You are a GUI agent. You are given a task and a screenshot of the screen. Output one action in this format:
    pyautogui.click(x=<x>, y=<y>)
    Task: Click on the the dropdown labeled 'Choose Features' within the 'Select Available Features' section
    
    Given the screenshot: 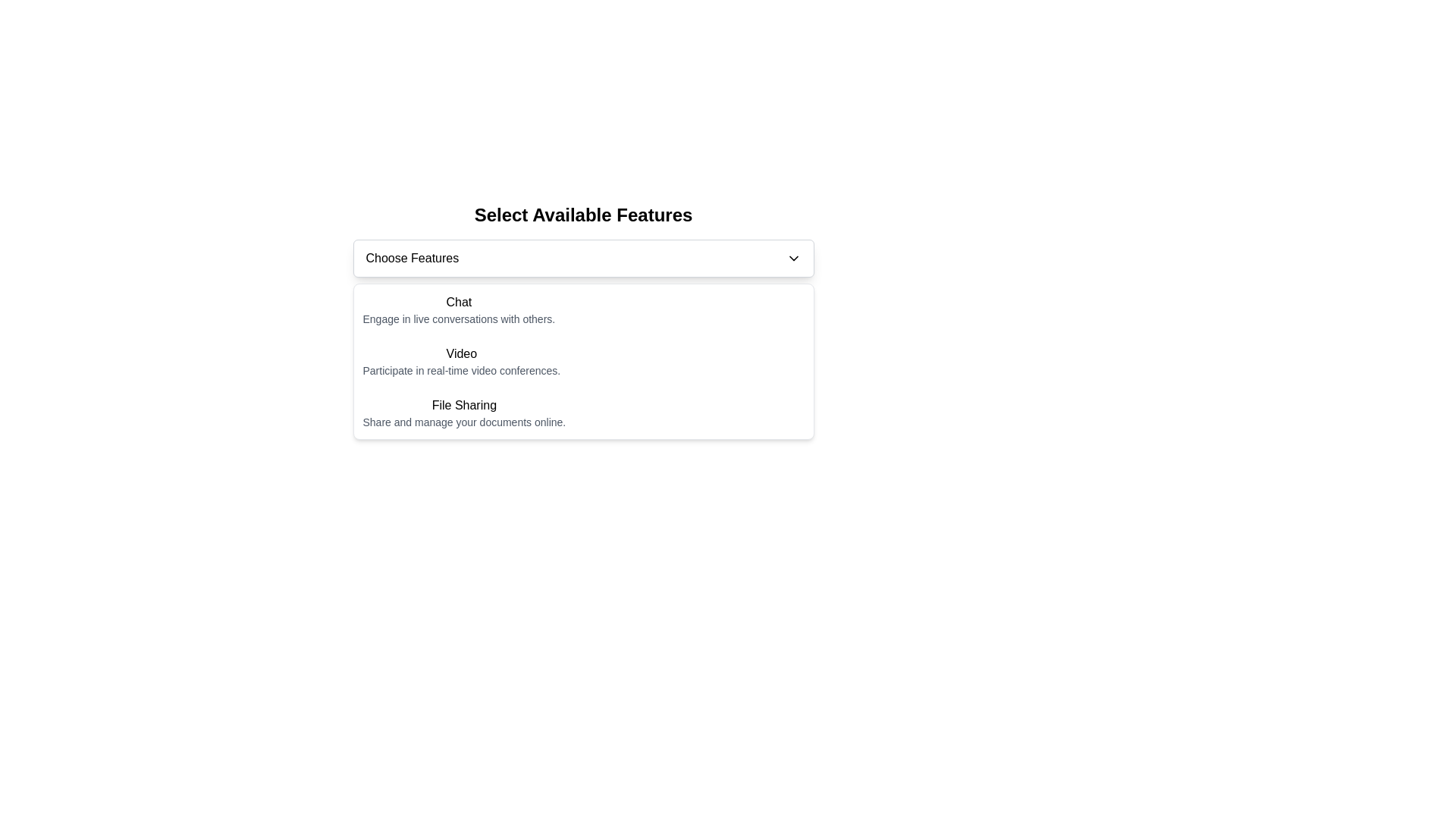 What is the action you would take?
    pyautogui.click(x=582, y=257)
    